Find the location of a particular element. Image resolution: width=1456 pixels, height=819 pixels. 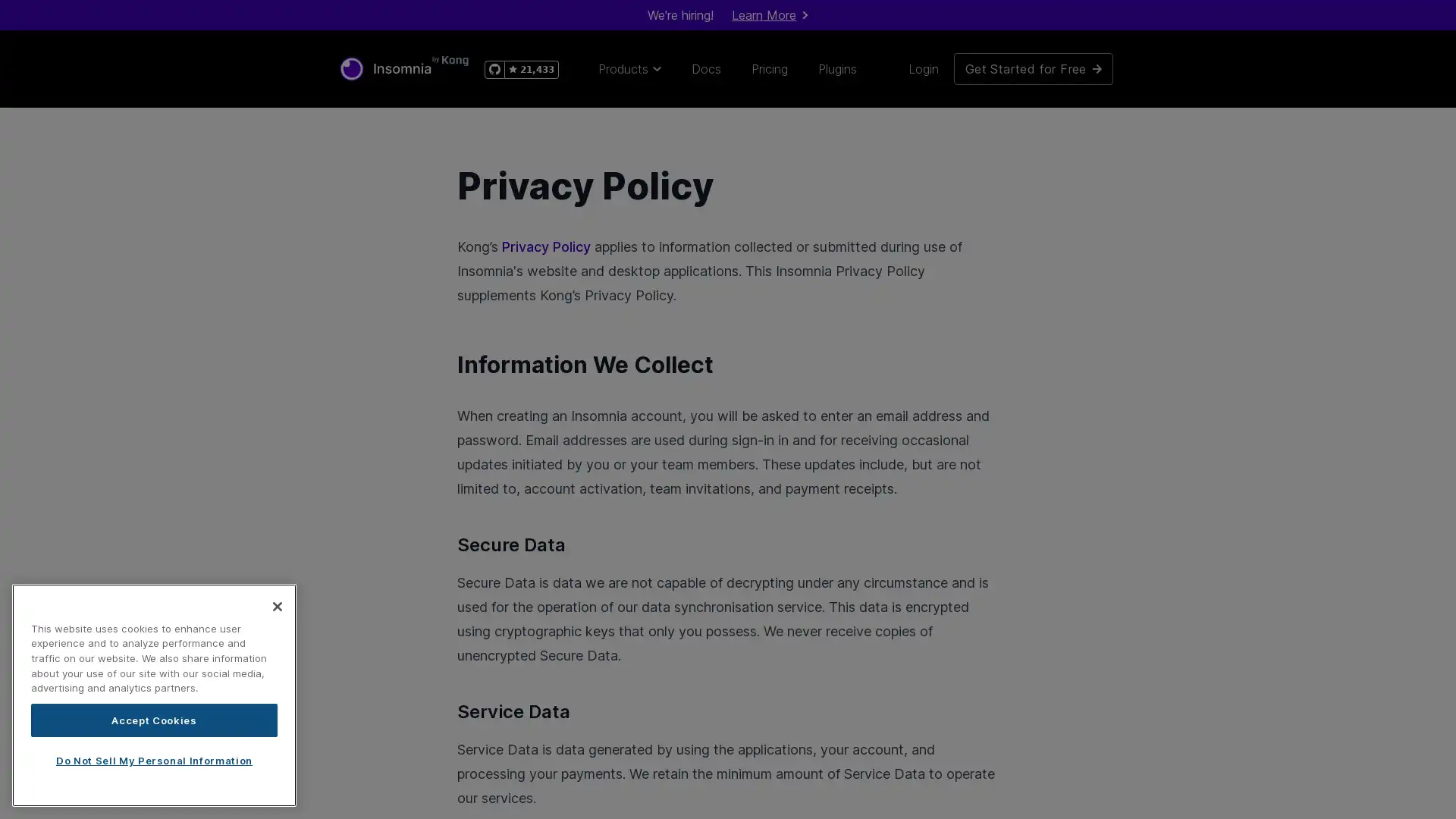

Close is located at coordinates (277, 604).